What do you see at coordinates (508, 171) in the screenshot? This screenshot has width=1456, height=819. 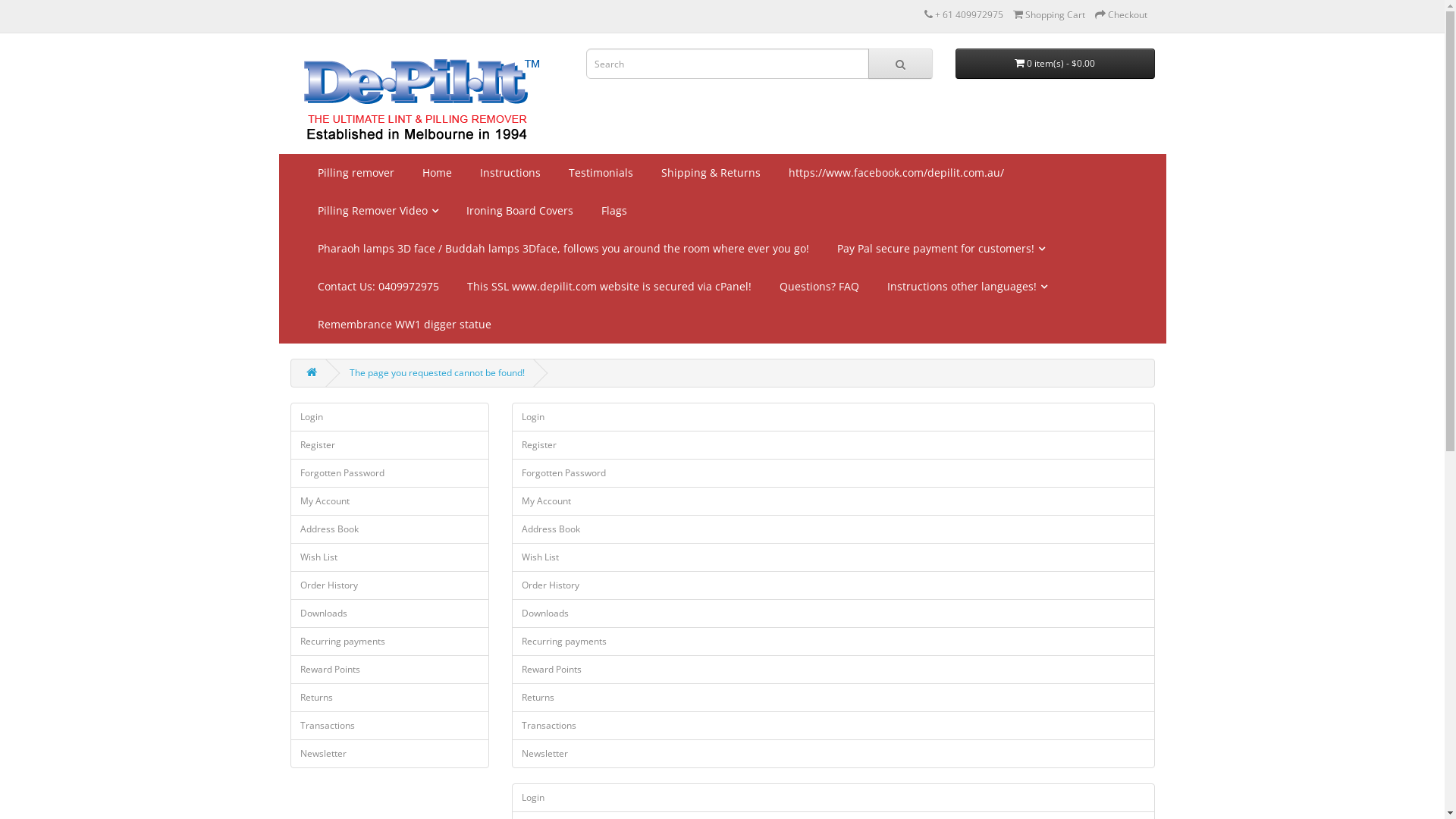 I see `'Instructions'` at bounding box center [508, 171].